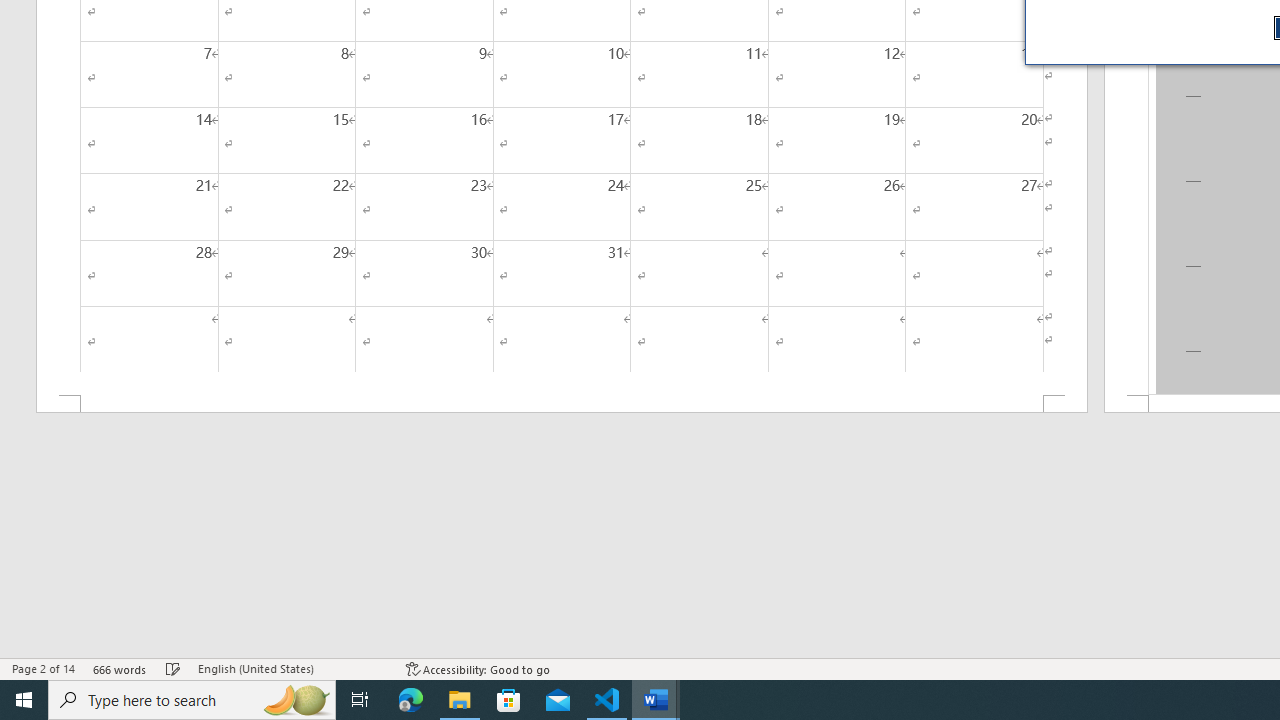 The image size is (1280, 720). I want to click on 'Microsoft Store', so click(509, 698).